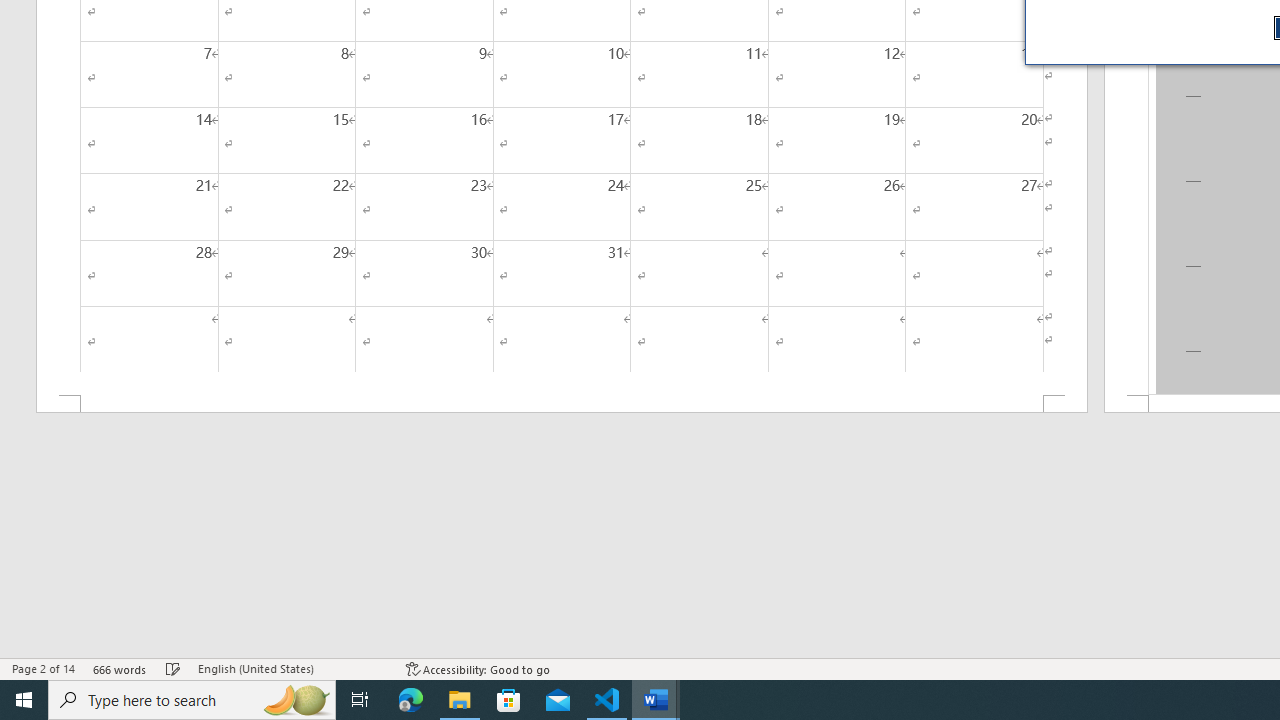 The image size is (1280, 720). I want to click on 'Microsoft Store', so click(509, 698).